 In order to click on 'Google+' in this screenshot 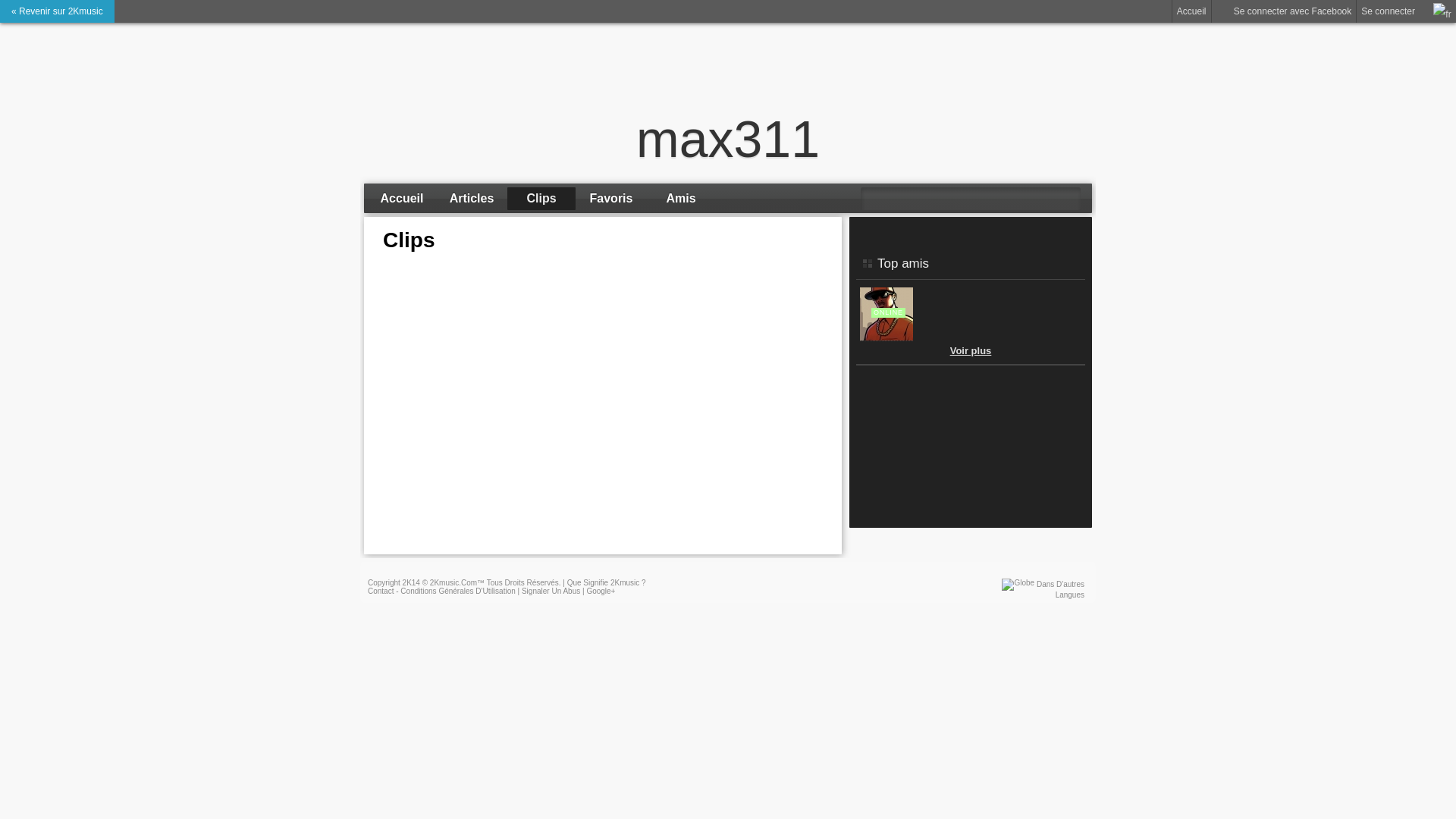, I will do `click(585, 590)`.